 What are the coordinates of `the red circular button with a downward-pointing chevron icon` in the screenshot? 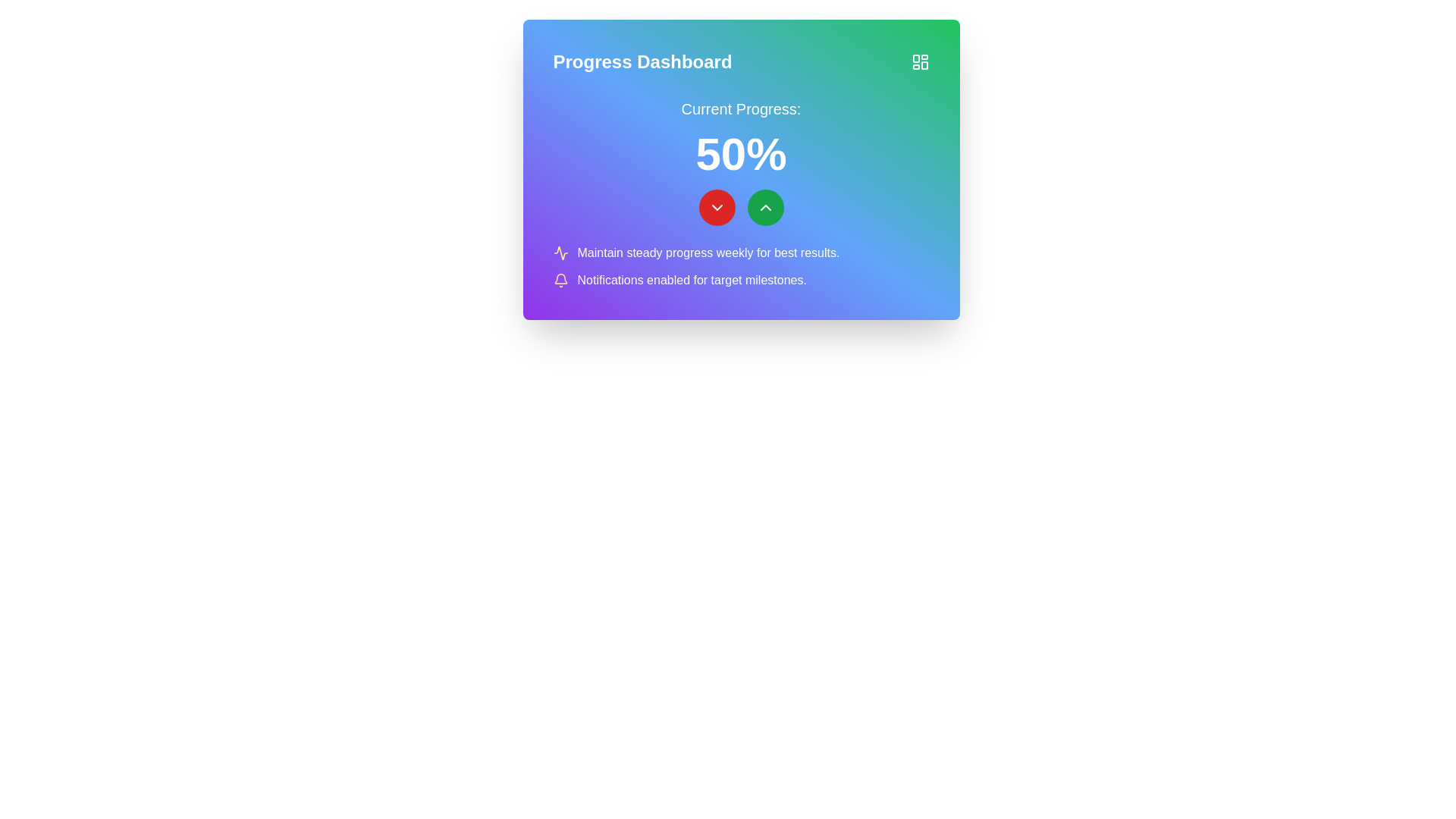 It's located at (716, 207).